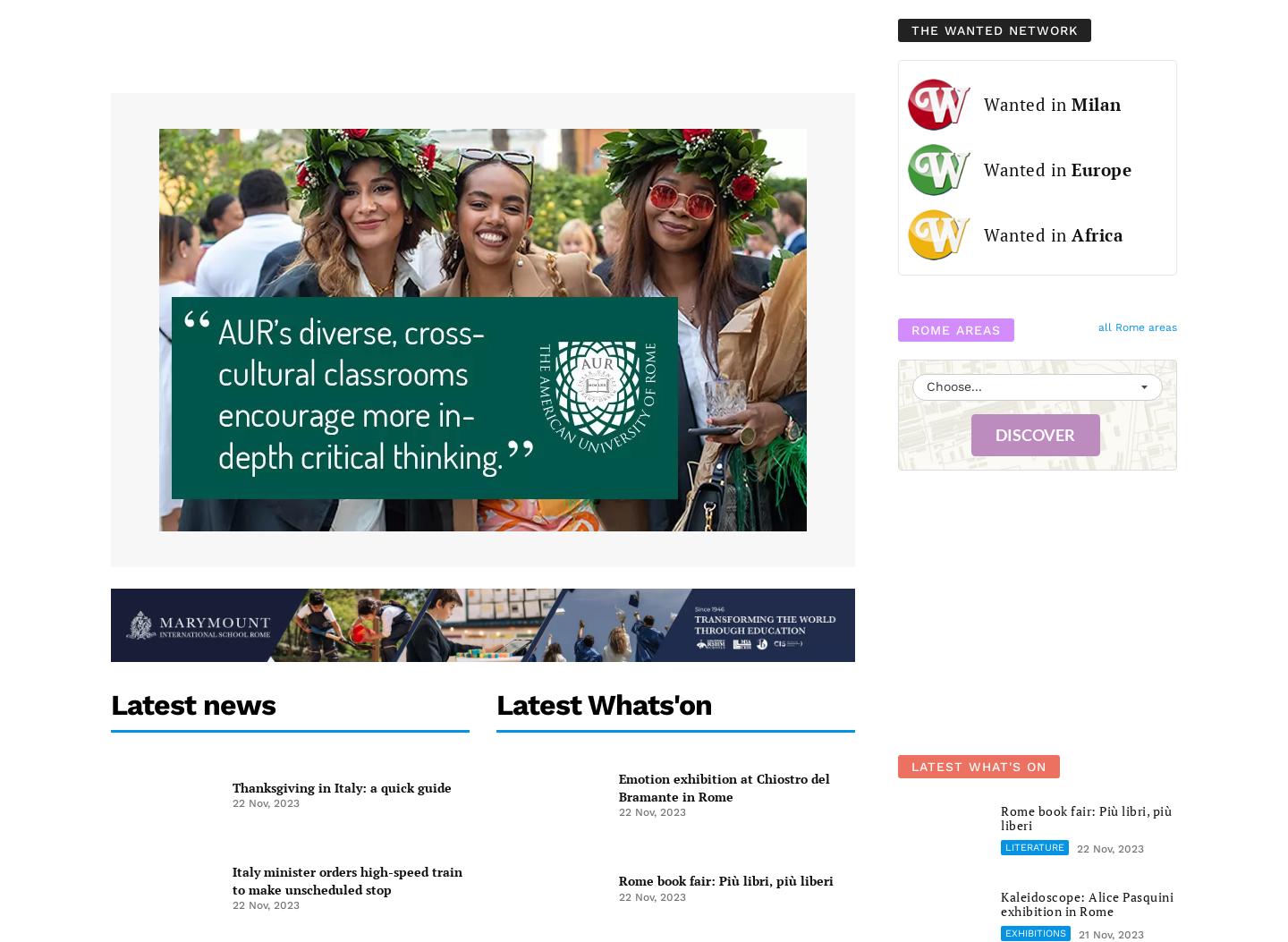 This screenshot has height=942, width=1288. Describe the element at coordinates (604, 704) in the screenshot. I see `'Latest Whats'on'` at that location.